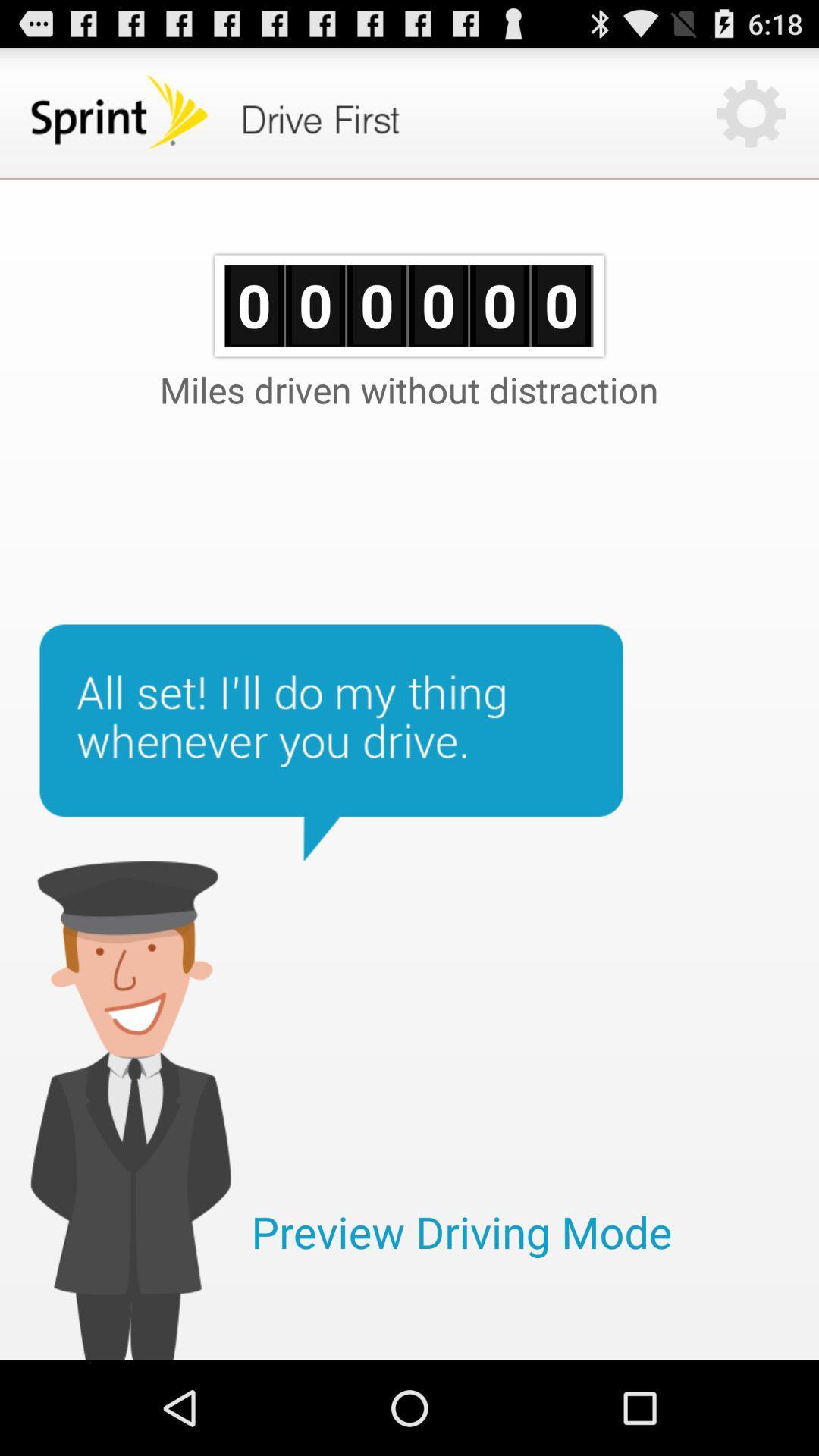  Describe the element at coordinates (751, 112) in the screenshot. I see `settings` at that location.